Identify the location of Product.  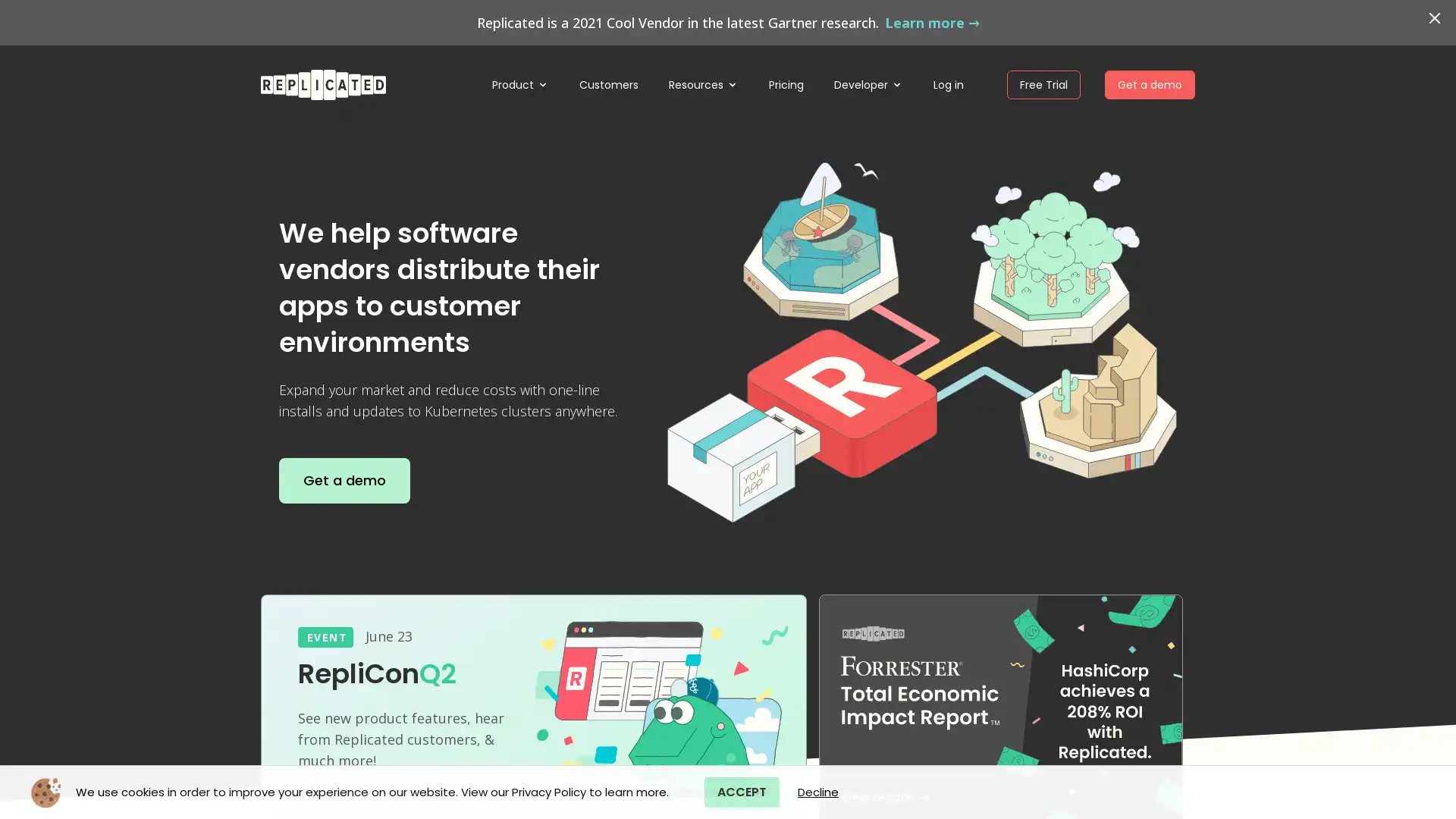
(520, 84).